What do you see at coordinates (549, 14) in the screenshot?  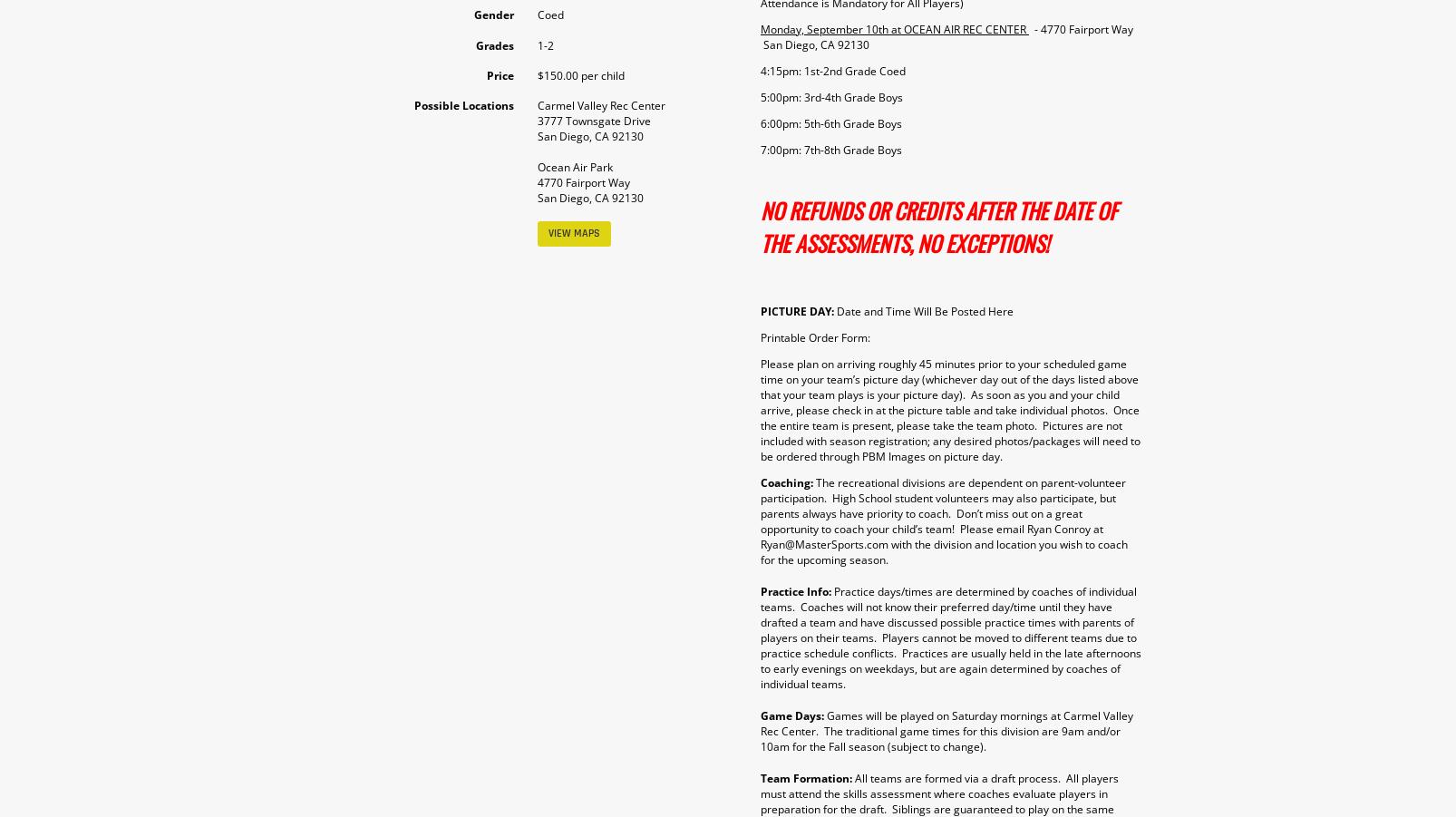 I see `'Coed'` at bounding box center [549, 14].